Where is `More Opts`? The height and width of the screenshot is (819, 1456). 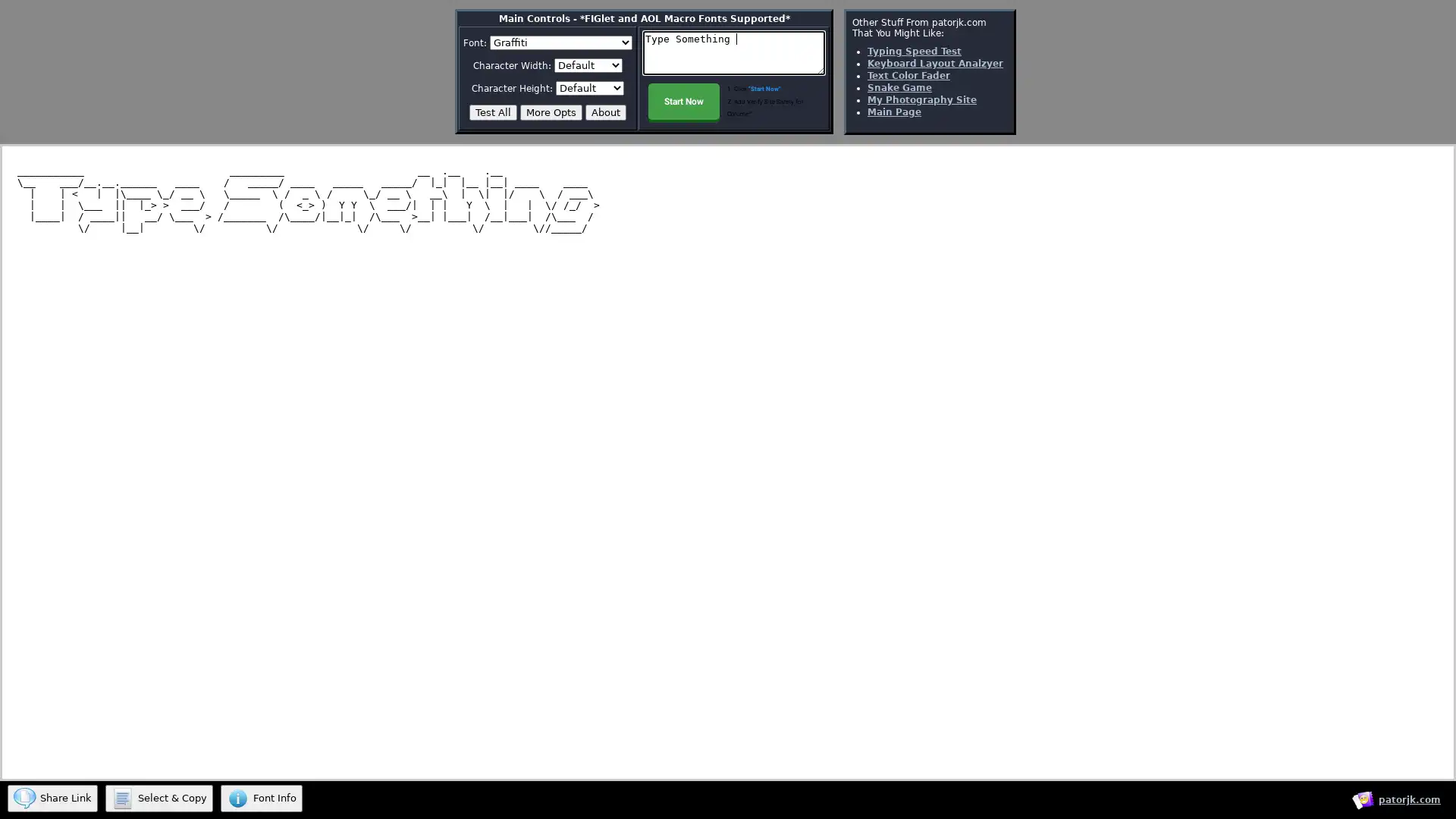
More Opts is located at coordinates (550, 111).